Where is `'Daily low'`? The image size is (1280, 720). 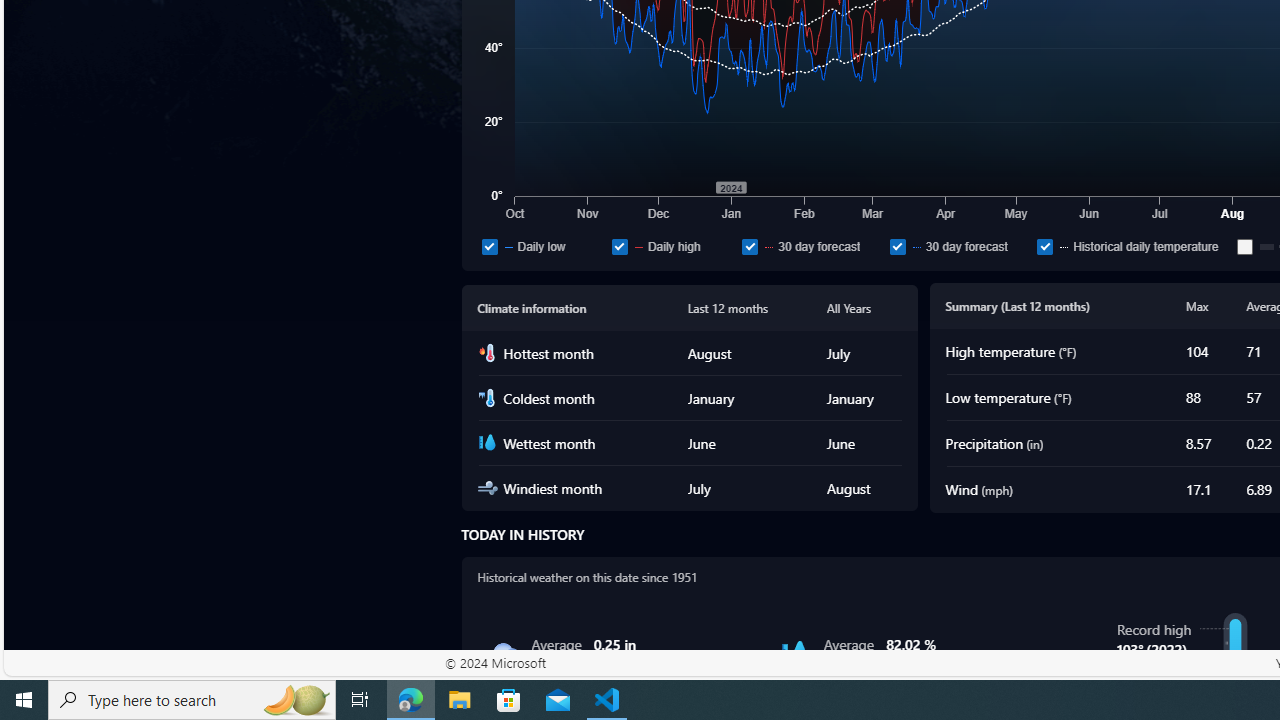 'Daily low' is located at coordinates (542, 245).